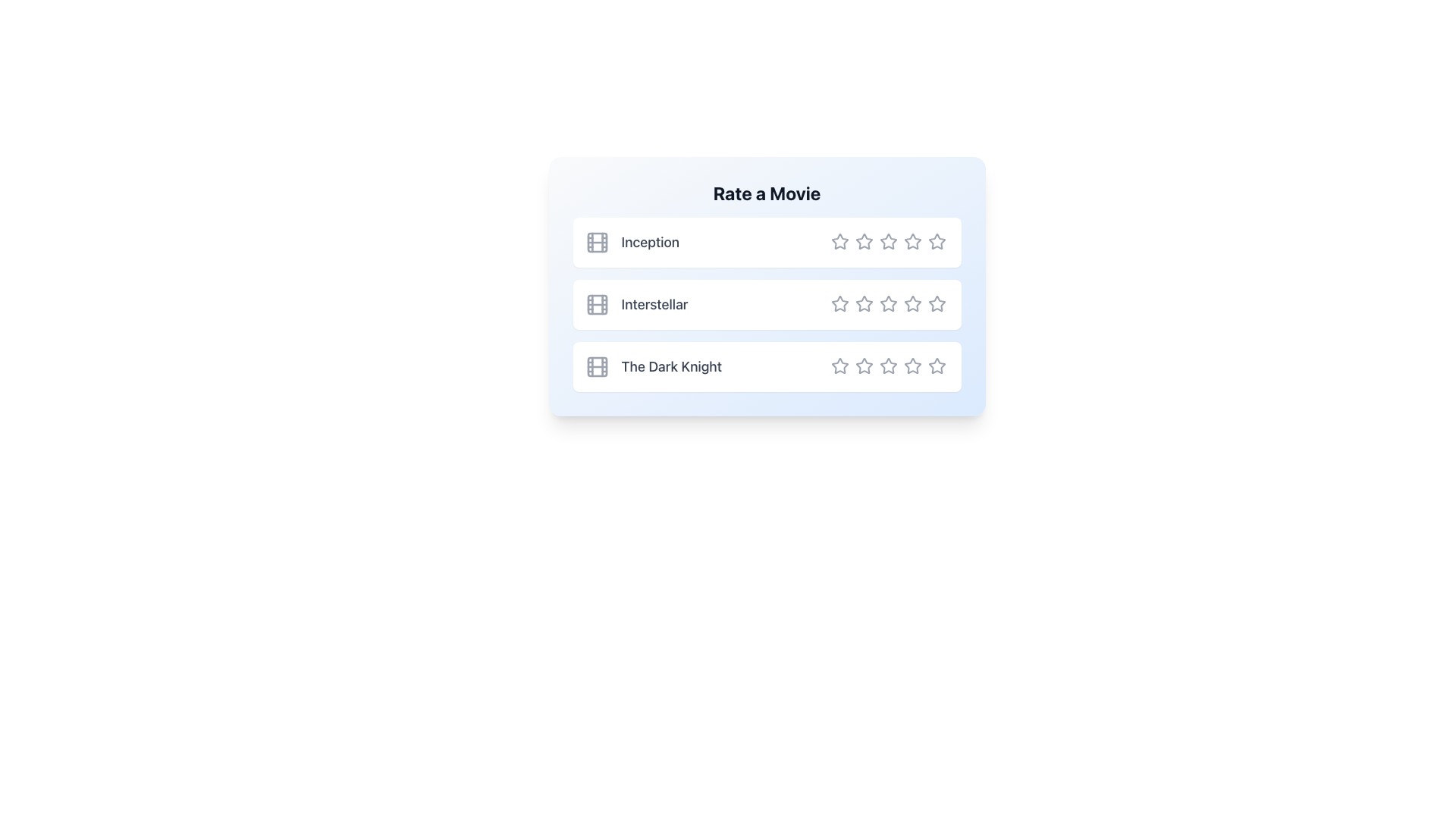 The image size is (1456, 819). Describe the element at coordinates (864, 304) in the screenshot. I see `the second rating star for the movie 'Interstellar'` at that location.